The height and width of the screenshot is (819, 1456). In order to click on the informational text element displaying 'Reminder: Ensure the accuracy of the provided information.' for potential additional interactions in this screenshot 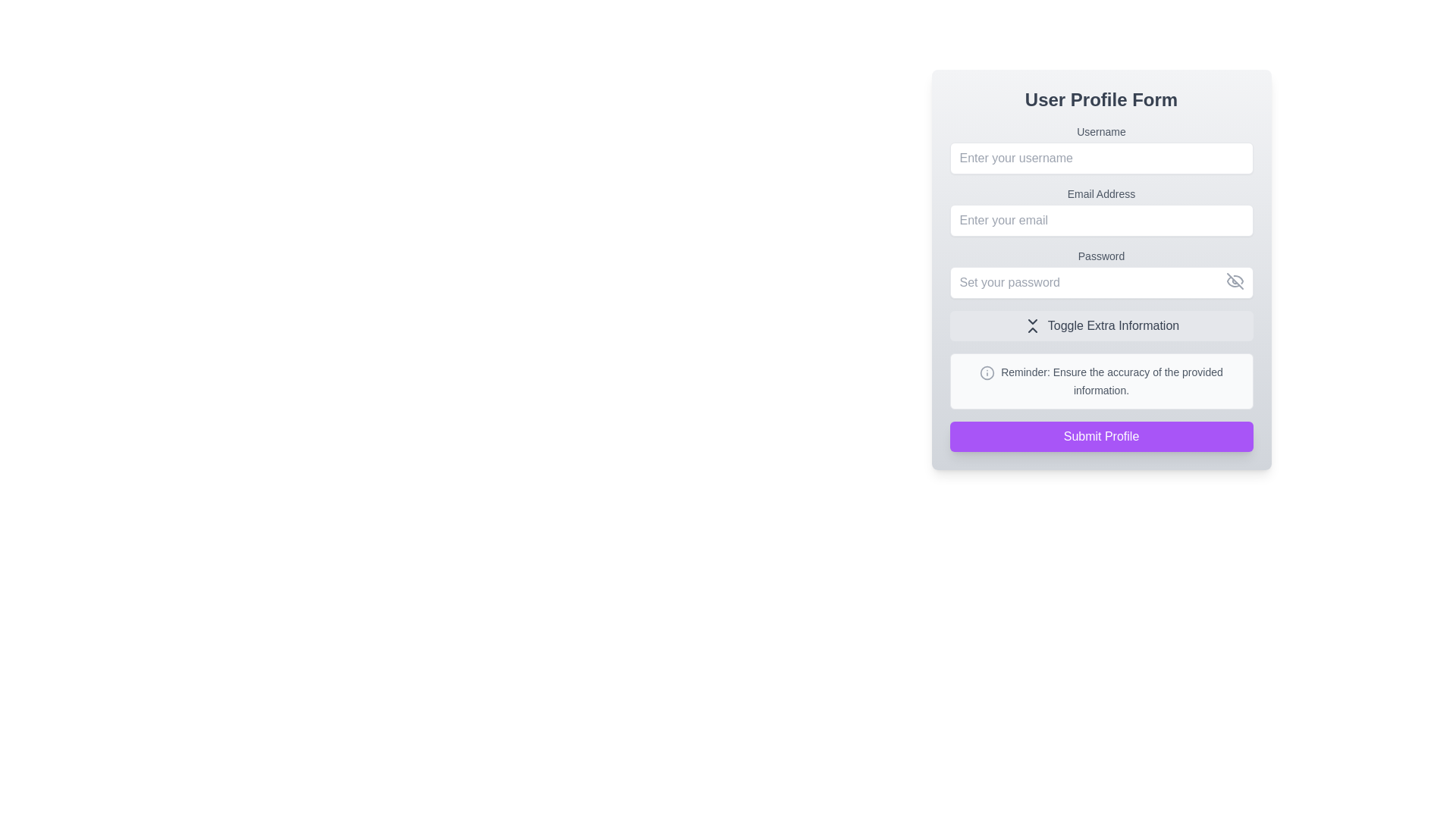, I will do `click(1112, 380)`.